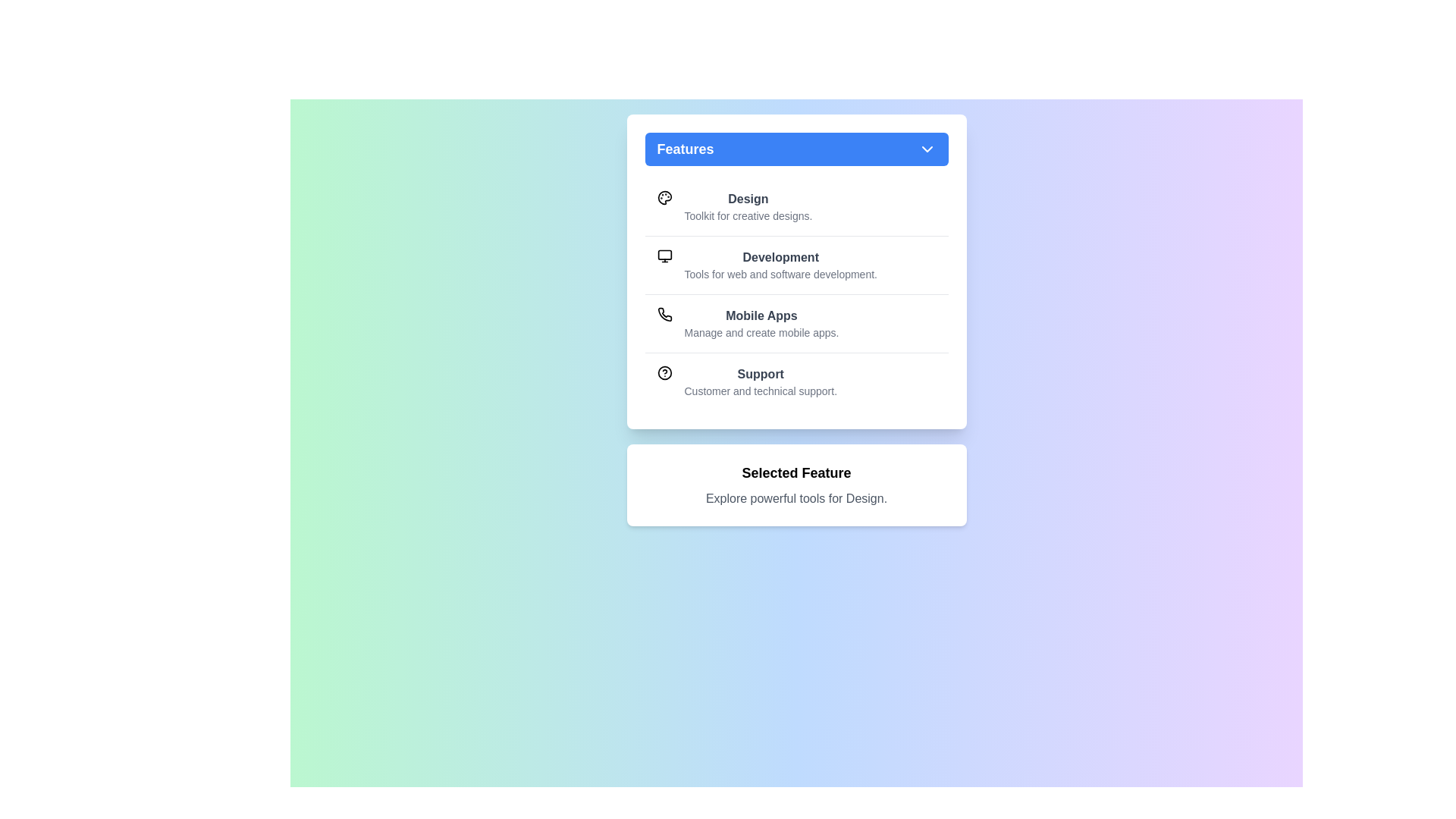  What do you see at coordinates (795, 322) in the screenshot?
I see `the feature Mobile Apps from the list` at bounding box center [795, 322].